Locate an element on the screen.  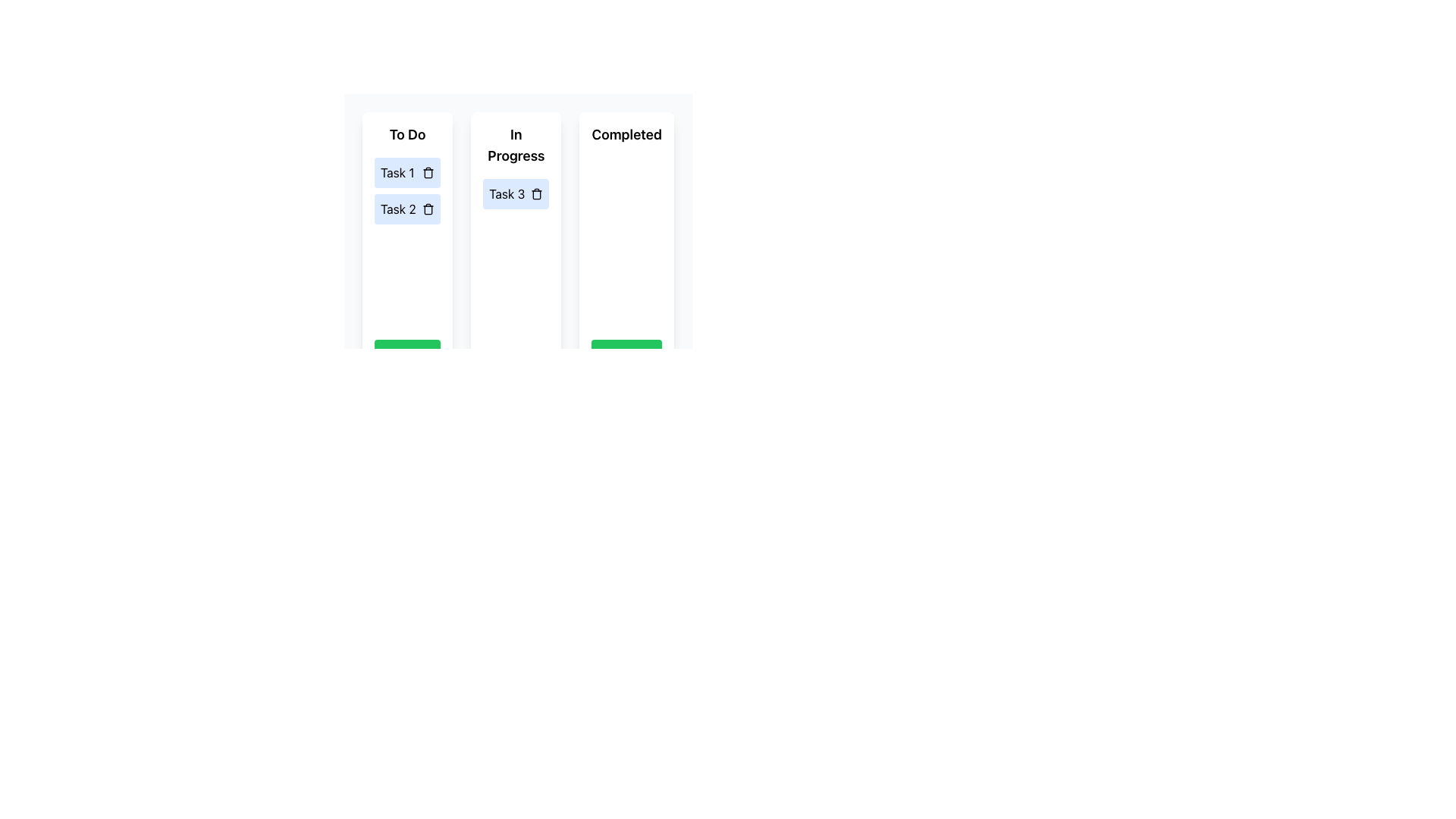
the 'Task 1' card in the 'To Do' column to focus or edit the task is located at coordinates (407, 171).